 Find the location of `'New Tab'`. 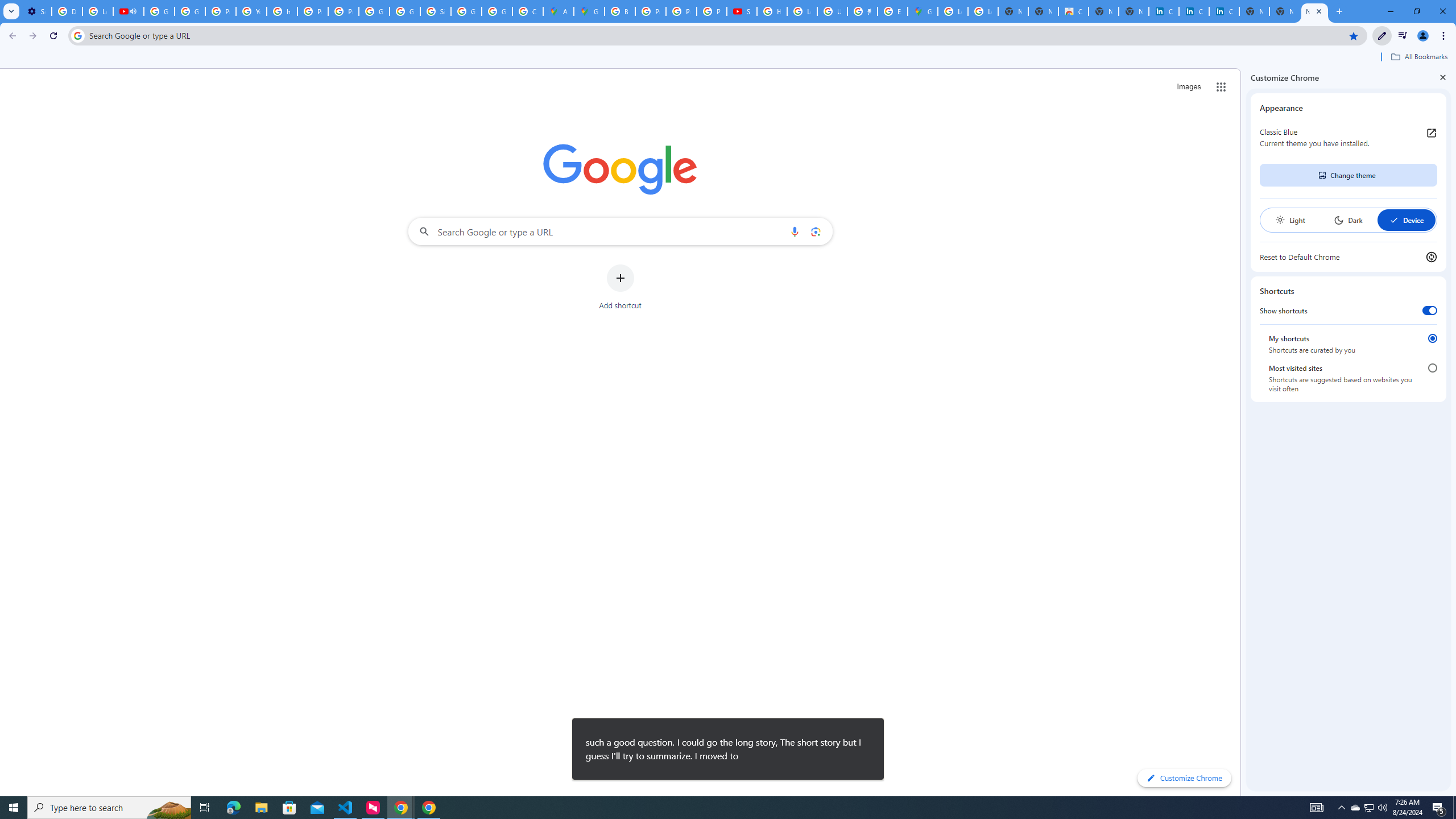

'New Tab' is located at coordinates (1314, 11).